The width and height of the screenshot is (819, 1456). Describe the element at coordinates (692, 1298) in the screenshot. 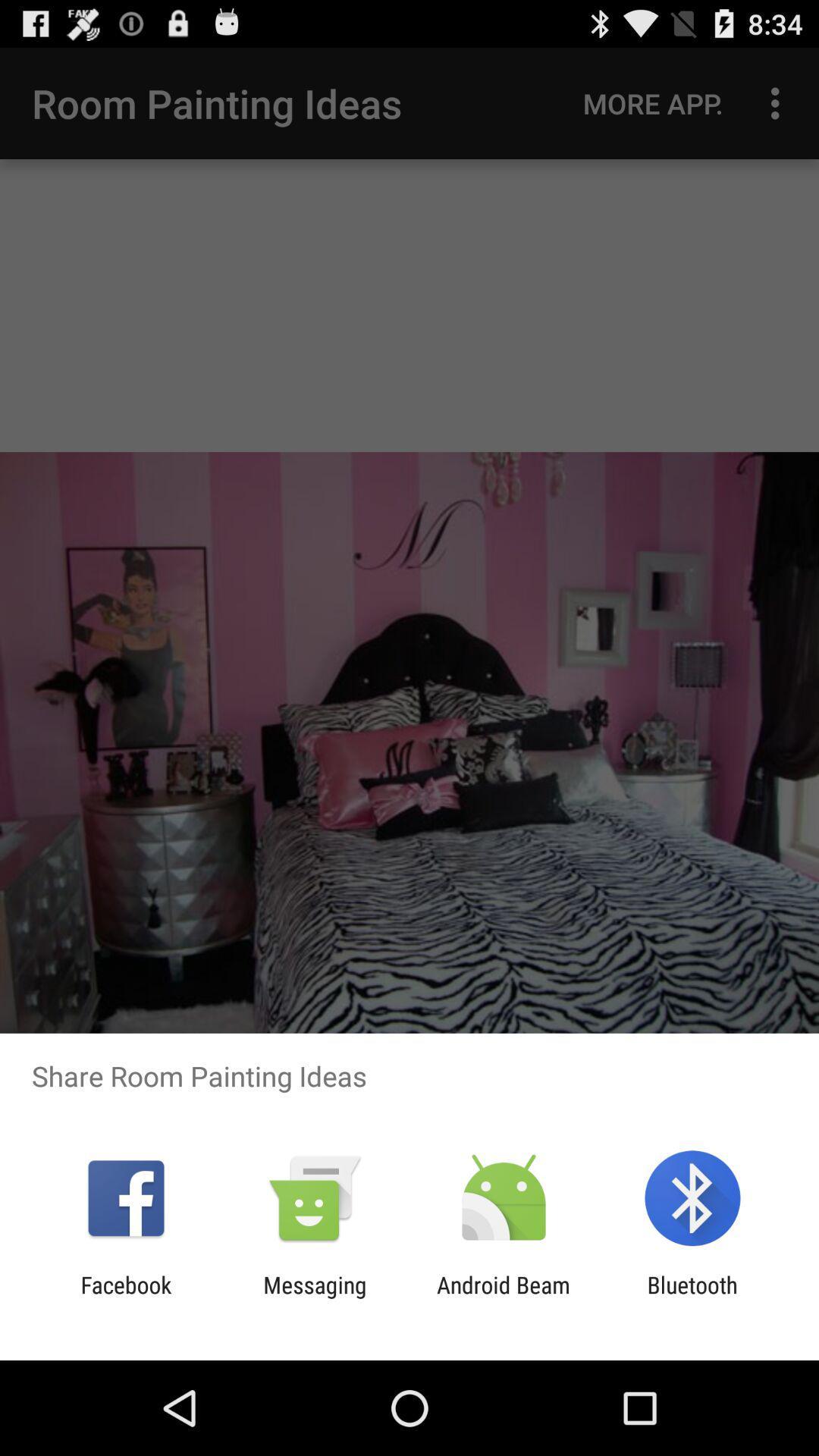

I see `the app next to the android beam icon` at that location.